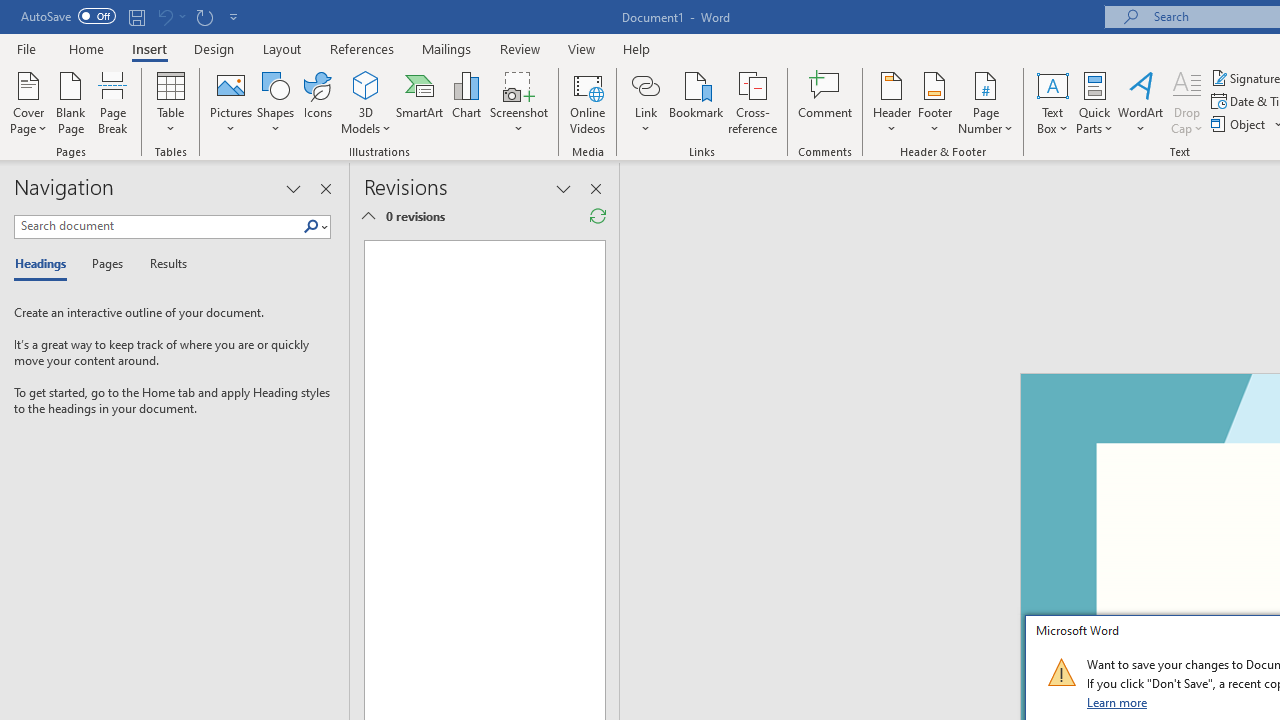 The width and height of the screenshot is (1280, 720). What do you see at coordinates (418, 103) in the screenshot?
I see `'SmartArt...'` at bounding box center [418, 103].